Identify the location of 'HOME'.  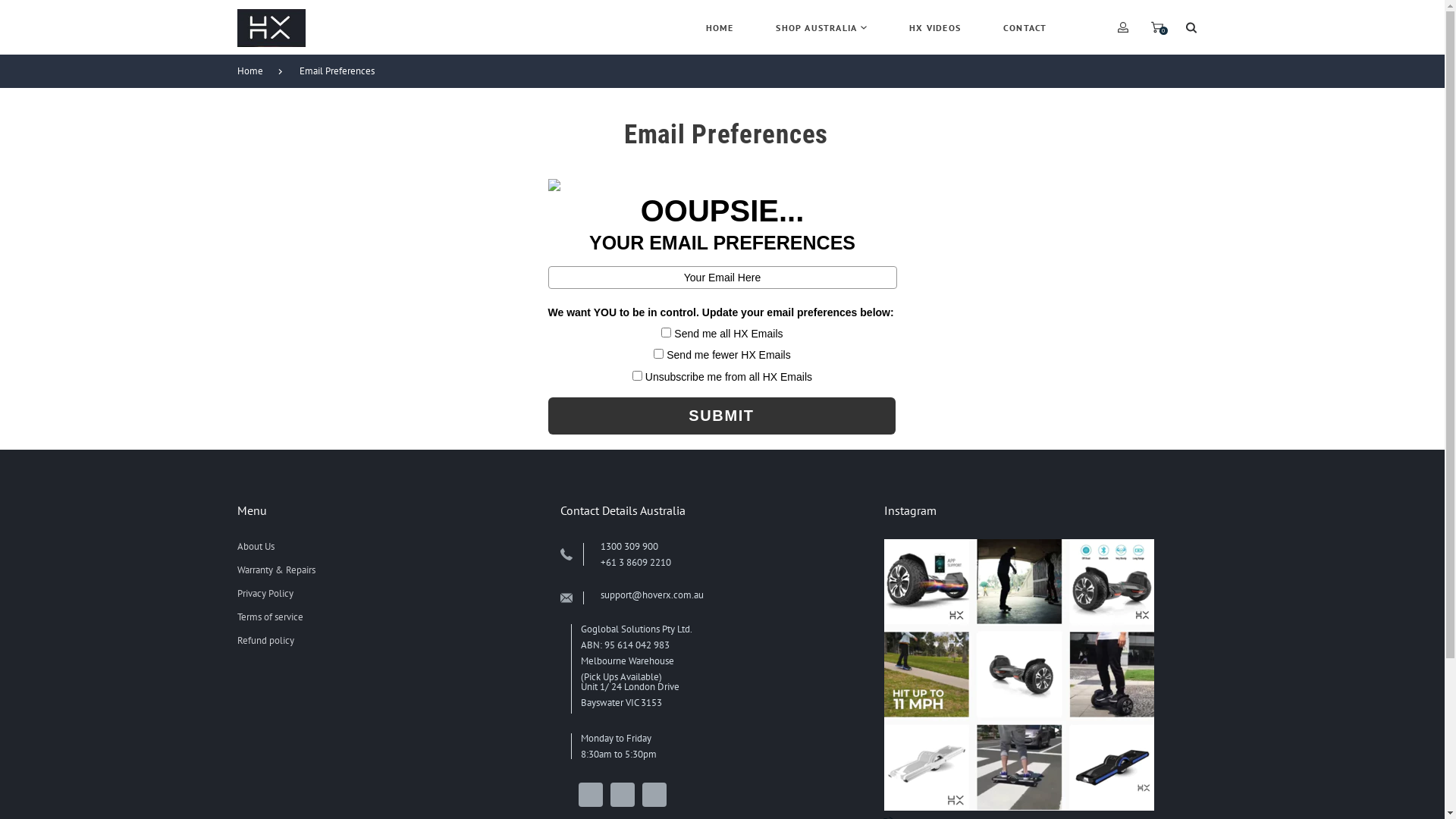
(719, 27).